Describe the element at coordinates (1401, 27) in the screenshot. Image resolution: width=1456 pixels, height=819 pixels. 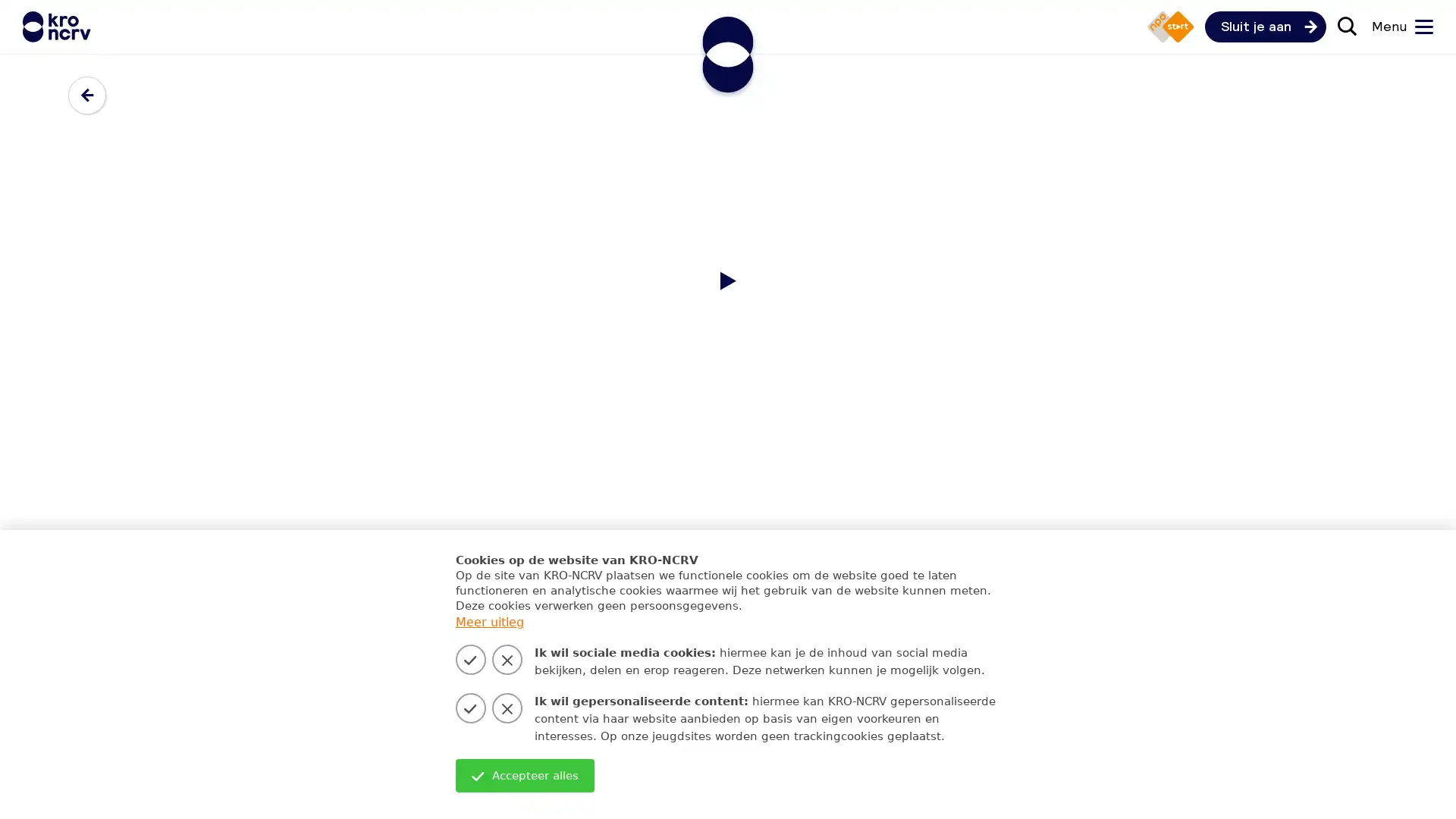
I see `Menu` at that location.